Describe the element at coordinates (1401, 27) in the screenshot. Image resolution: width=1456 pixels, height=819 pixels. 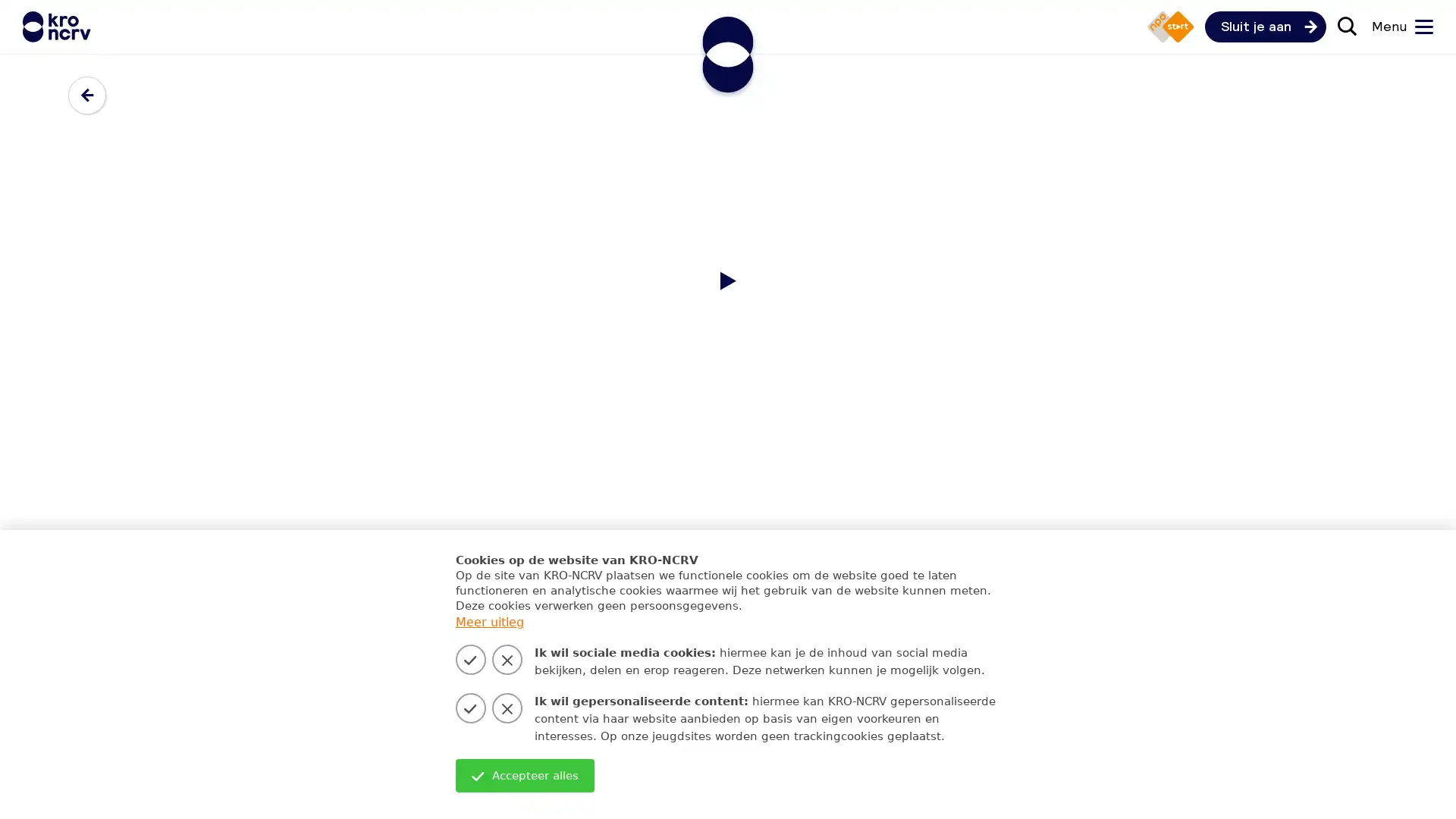
I see `Menu` at that location.